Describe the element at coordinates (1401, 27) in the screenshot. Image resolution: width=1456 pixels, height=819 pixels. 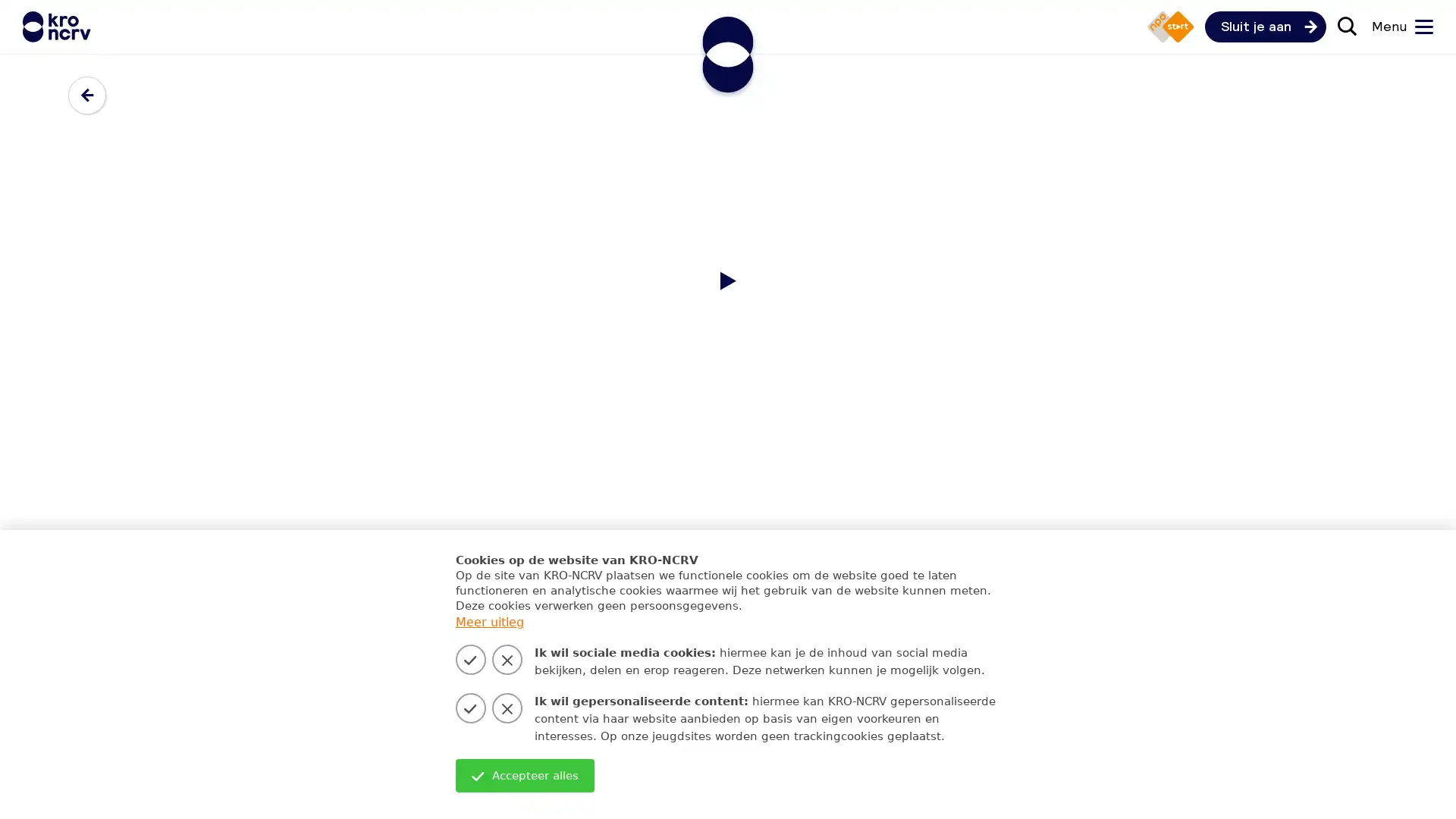
I see `Menu` at that location.